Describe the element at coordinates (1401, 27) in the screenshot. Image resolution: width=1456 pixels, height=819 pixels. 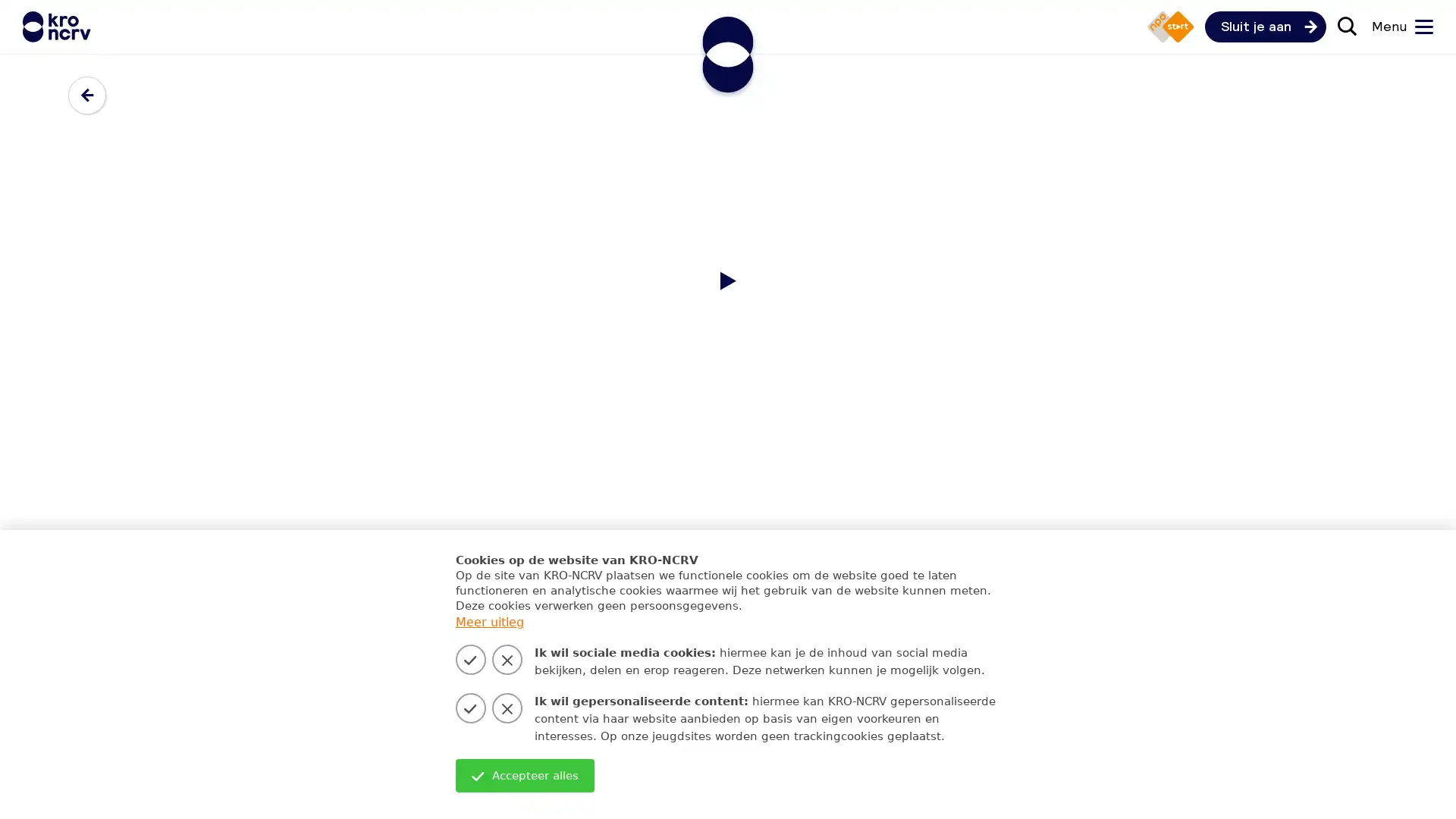
I see `Menu` at that location.